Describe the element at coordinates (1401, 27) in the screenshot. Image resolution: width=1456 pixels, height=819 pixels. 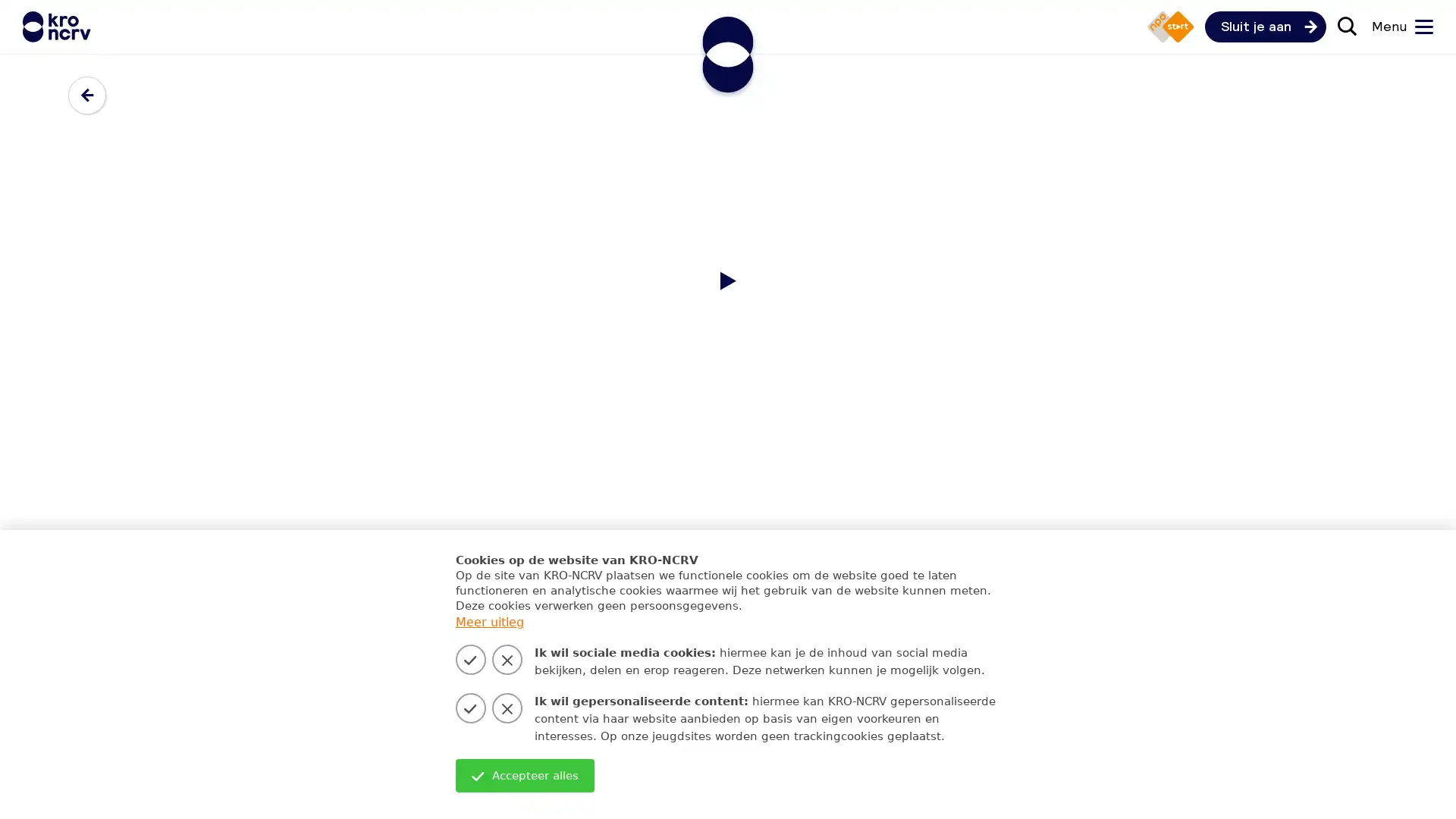
I see `Menu` at that location.